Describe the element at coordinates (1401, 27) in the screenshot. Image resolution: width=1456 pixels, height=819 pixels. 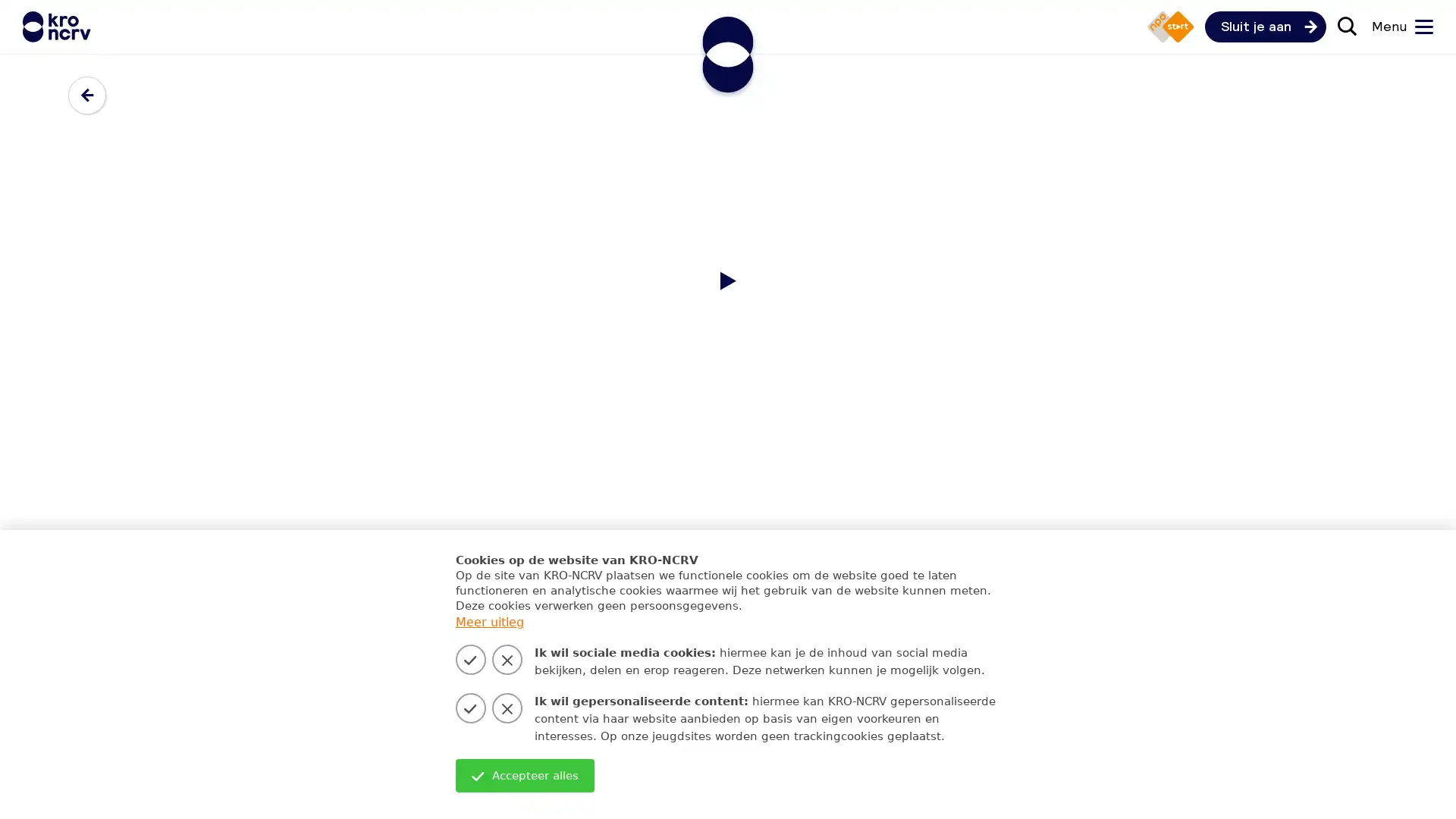
I see `Menu` at that location.